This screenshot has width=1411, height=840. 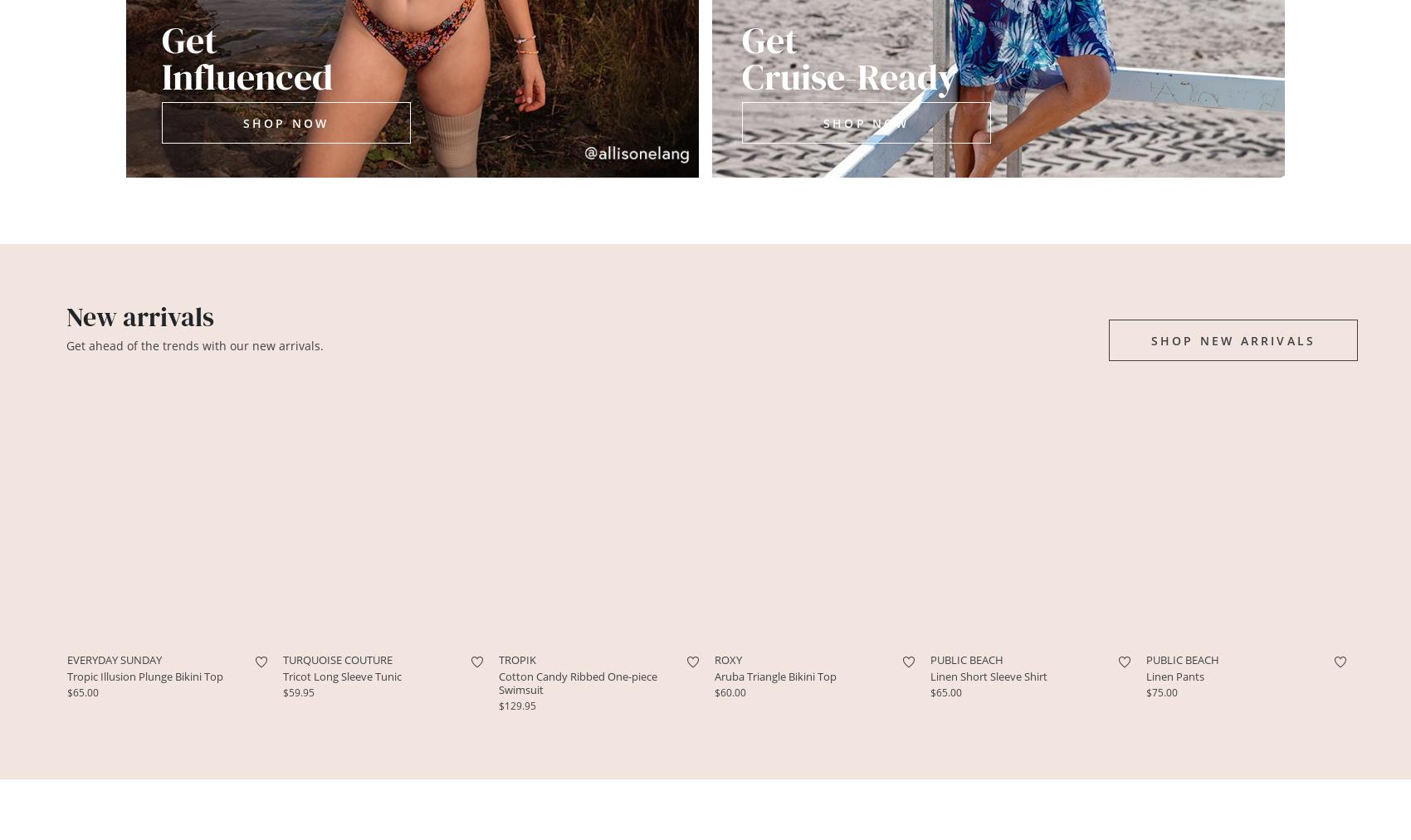 What do you see at coordinates (194, 344) in the screenshot?
I see `'Get ahead of the trends with our new arrivals.'` at bounding box center [194, 344].